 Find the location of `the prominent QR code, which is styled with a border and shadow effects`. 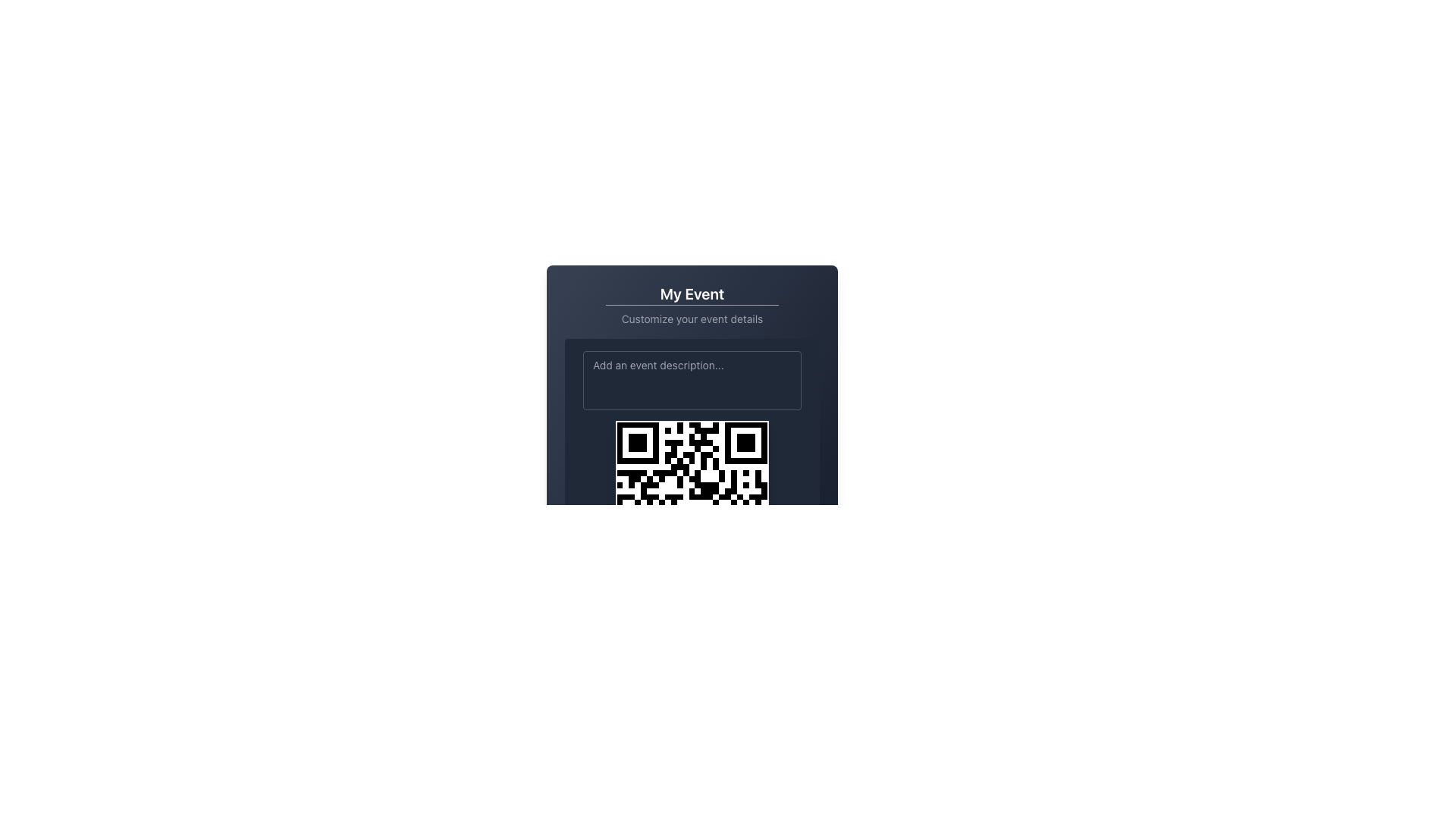

the prominent QR code, which is styled with a border and shadow effects is located at coordinates (691, 497).